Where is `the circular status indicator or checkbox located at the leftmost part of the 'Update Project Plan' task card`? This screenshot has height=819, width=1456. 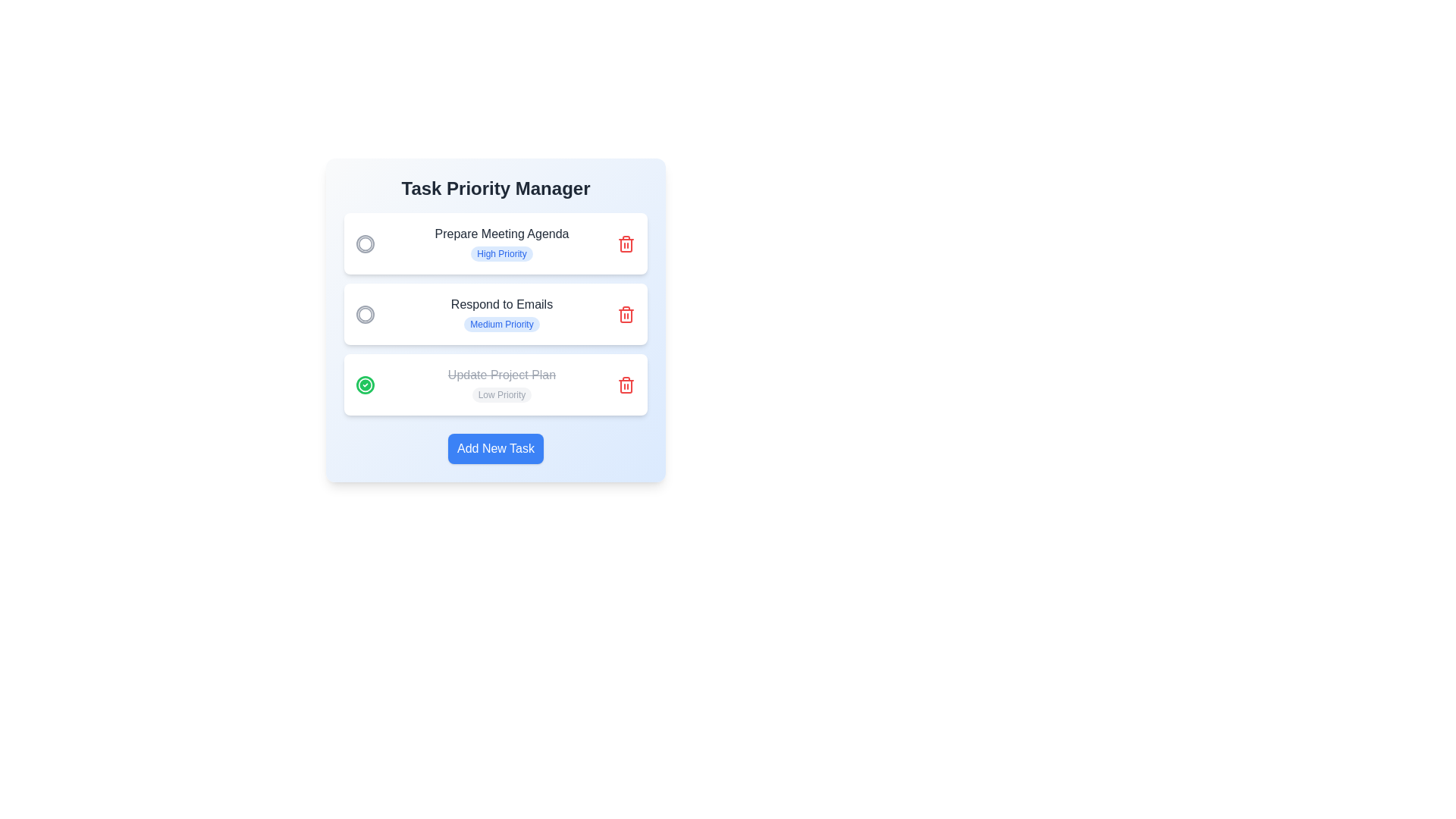
the circular status indicator or checkbox located at the leftmost part of the 'Update Project Plan' task card is located at coordinates (365, 383).